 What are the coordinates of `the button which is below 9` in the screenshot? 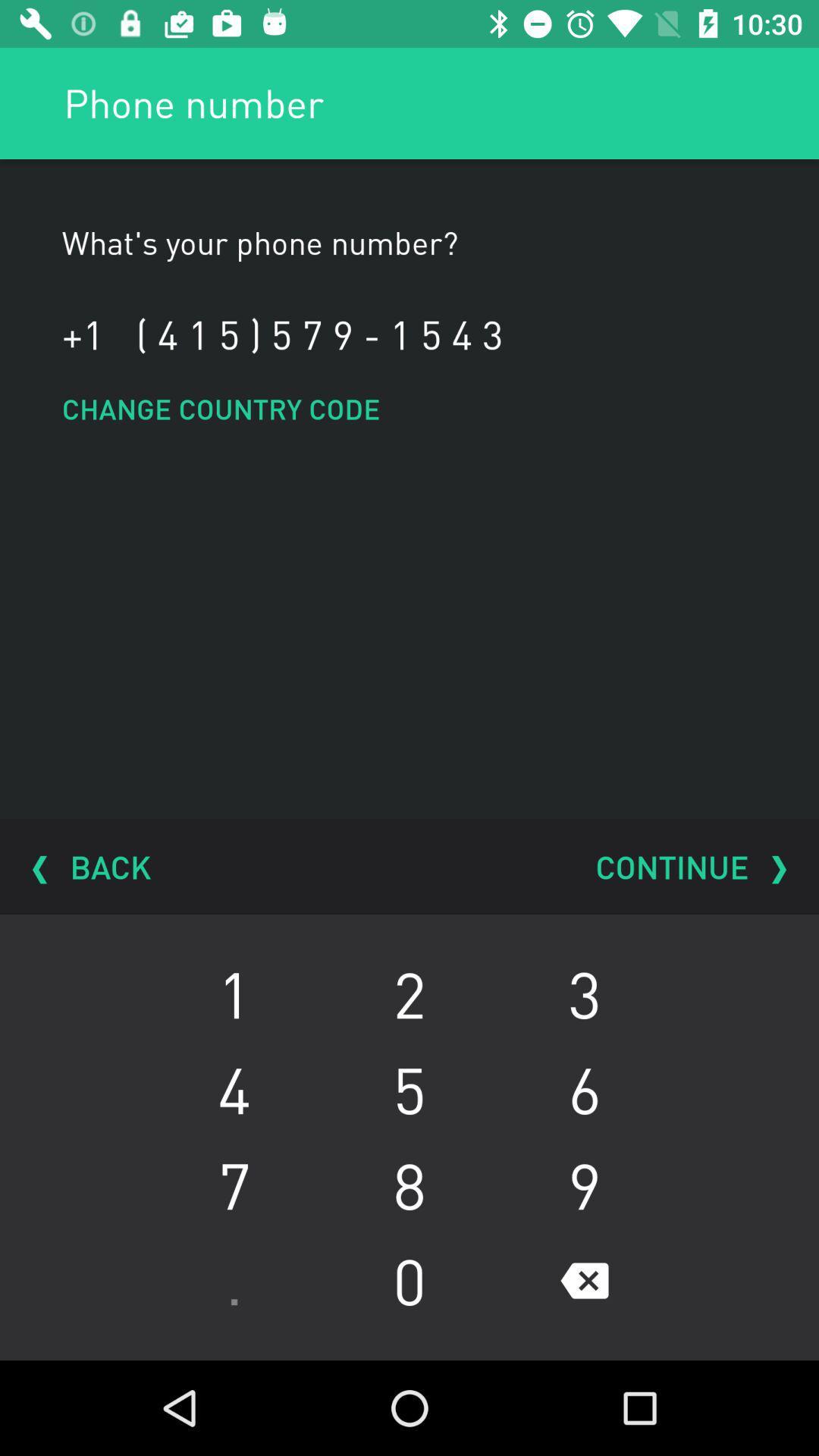 It's located at (584, 1280).